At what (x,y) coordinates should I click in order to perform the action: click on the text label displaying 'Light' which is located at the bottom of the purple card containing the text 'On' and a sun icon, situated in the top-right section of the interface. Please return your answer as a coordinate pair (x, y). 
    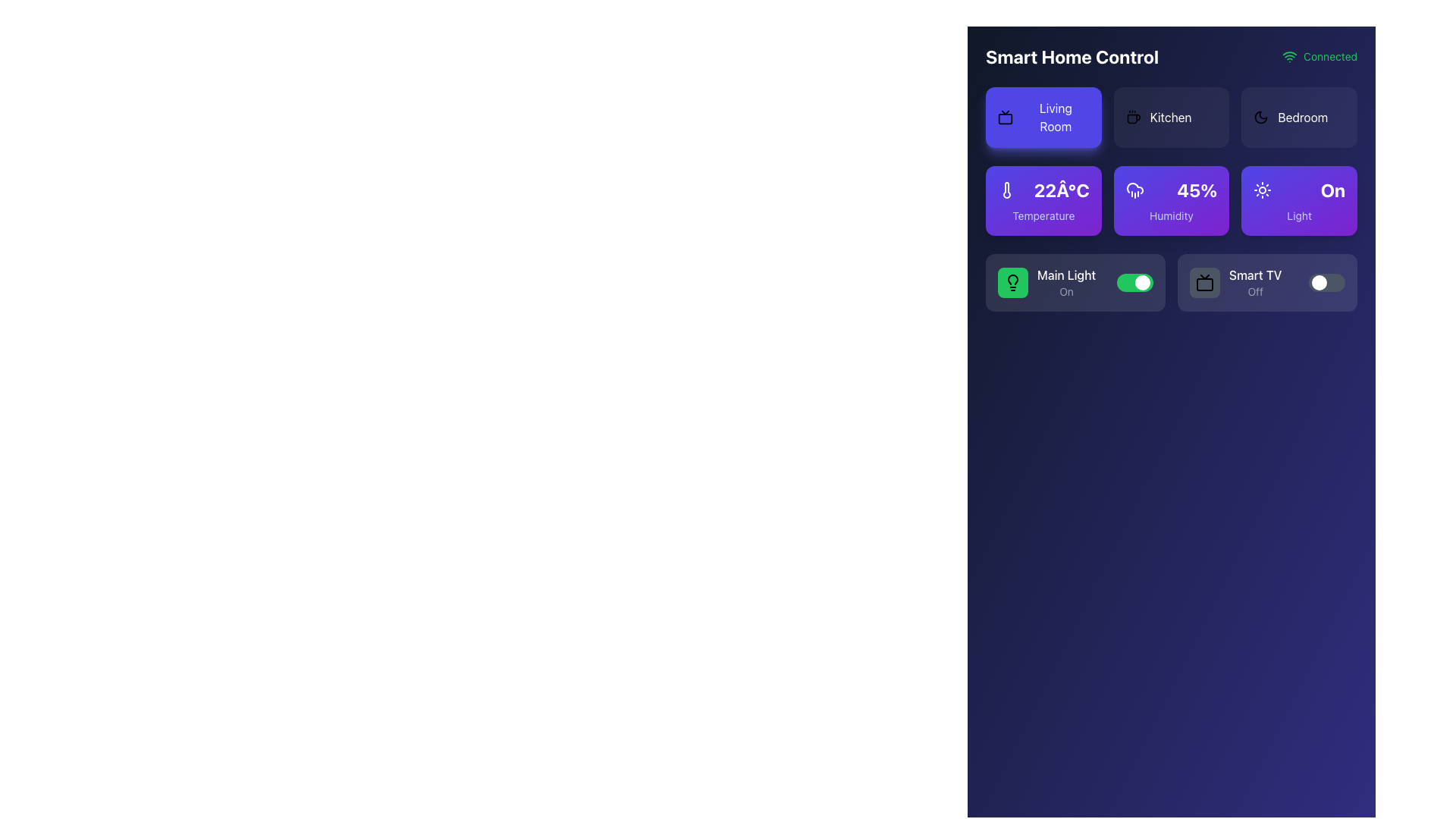
    Looking at the image, I should click on (1298, 216).